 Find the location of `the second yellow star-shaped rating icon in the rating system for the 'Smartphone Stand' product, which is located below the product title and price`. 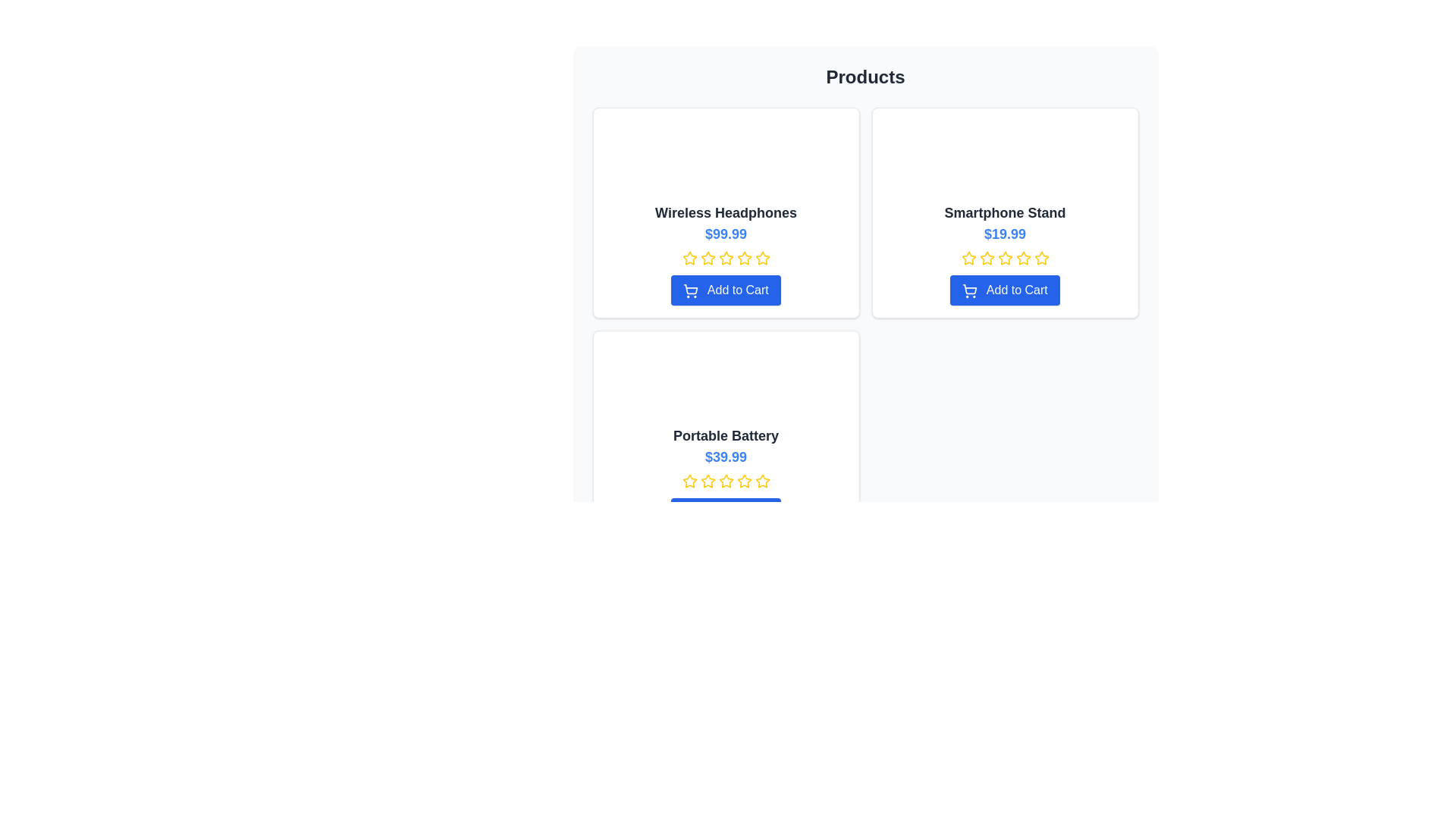

the second yellow star-shaped rating icon in the rating system for the 'Smartphone Stand' product, which is located below the product title and price is located at coordinates (1005, 257).